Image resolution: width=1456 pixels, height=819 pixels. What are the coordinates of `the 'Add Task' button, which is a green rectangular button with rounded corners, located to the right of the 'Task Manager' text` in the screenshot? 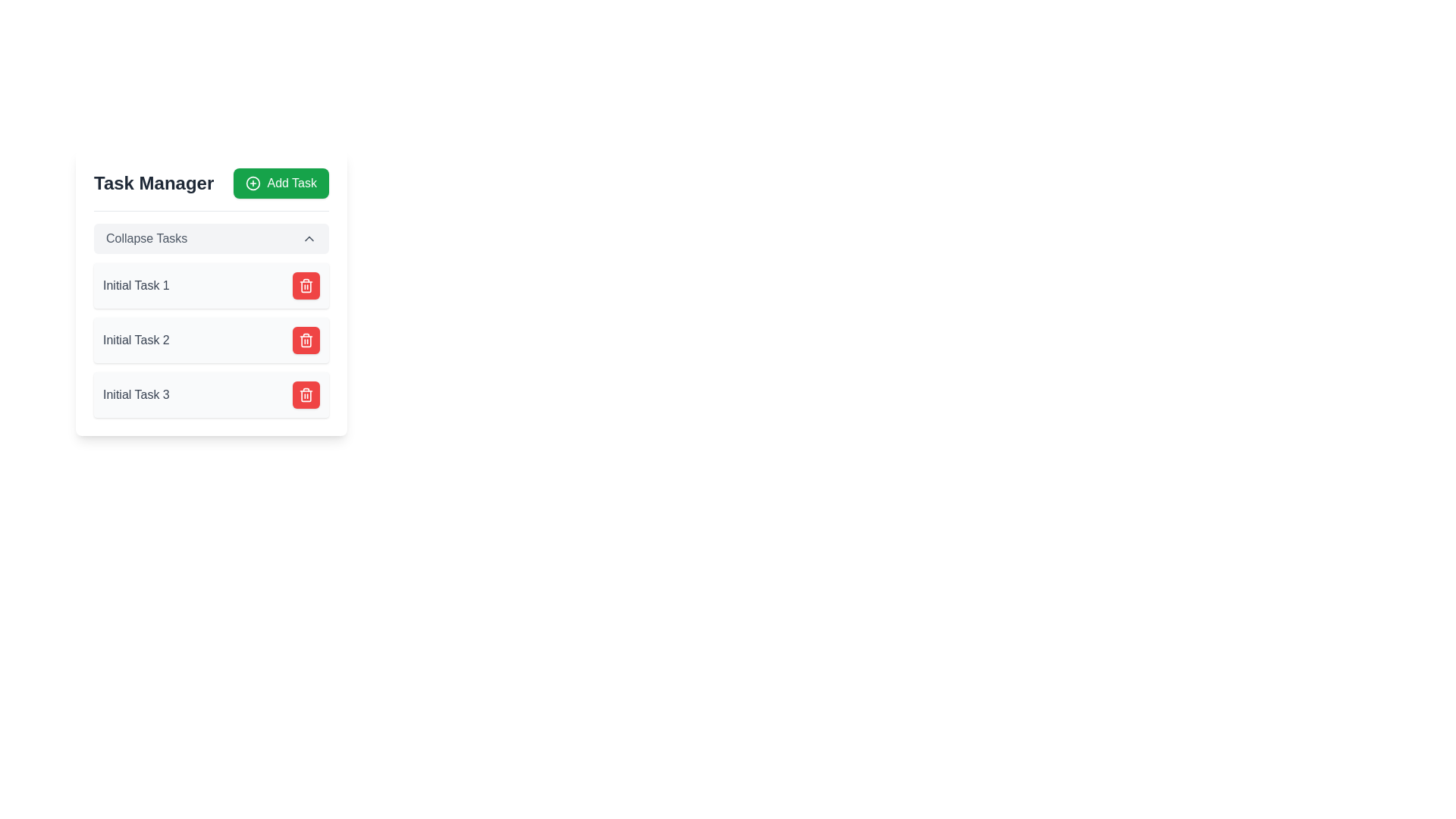 It's located at (281, 183).